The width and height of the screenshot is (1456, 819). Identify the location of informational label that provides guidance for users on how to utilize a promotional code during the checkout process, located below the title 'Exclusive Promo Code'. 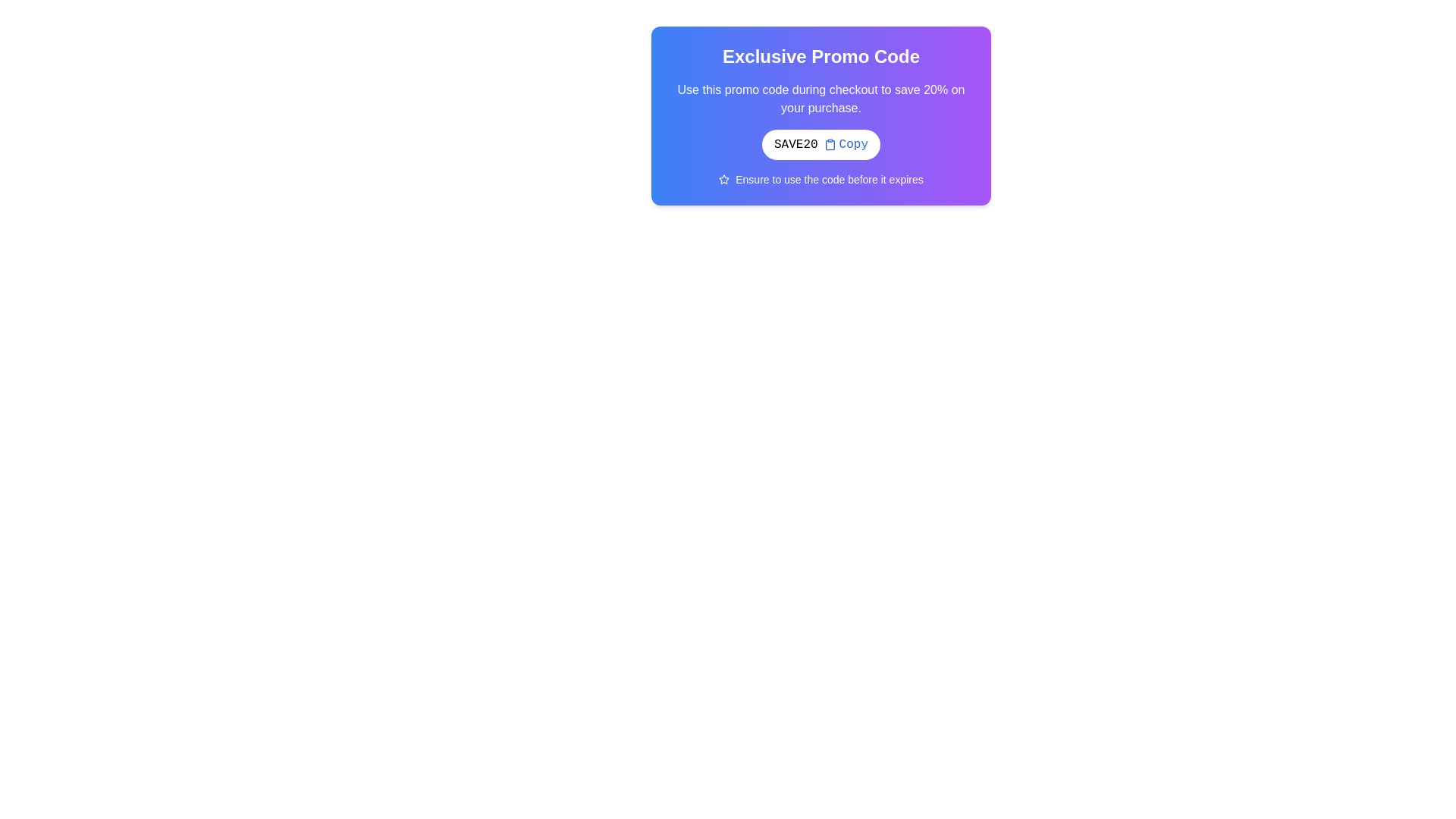
(821, 99).